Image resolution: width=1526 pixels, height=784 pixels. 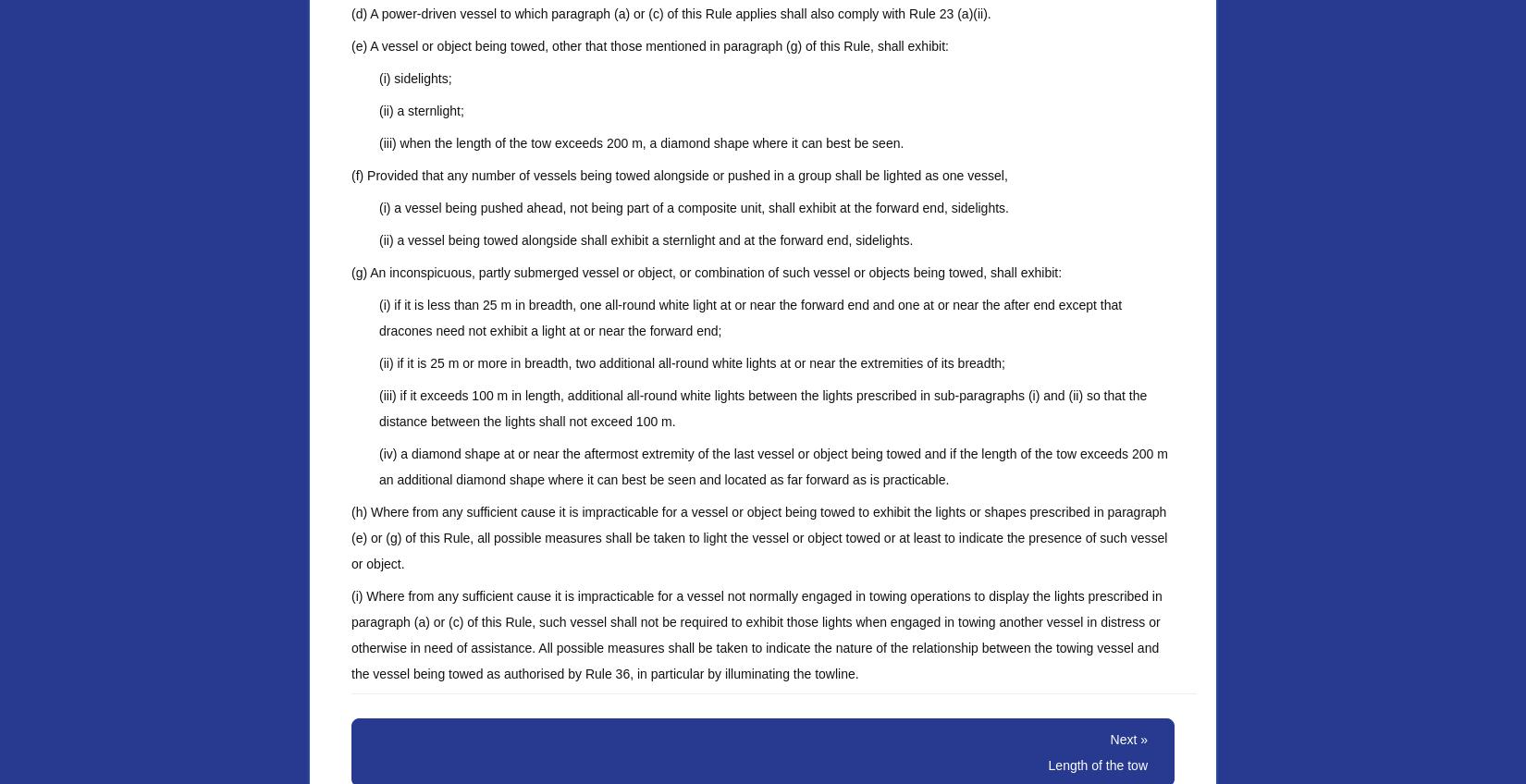 What do you see at coordinates (705, 273) in the screenshot?
I see `'(g) An inconspicuous, partly submerged vessel or object, or combination of such vessel or objects being towed, shall exhibit:'` at bounding box center [705, 273].